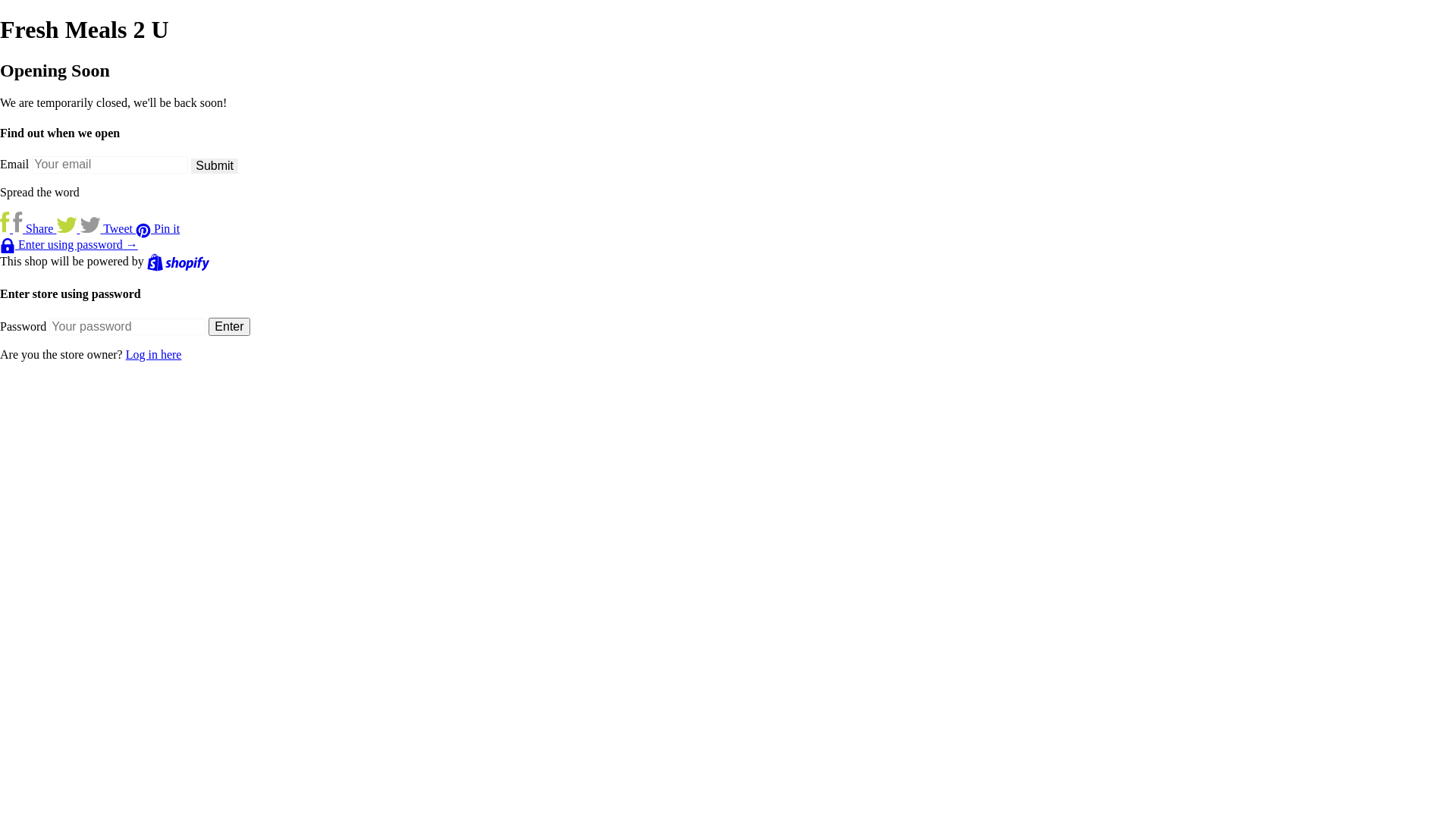 This screenshot has height=819, width=1456. I want to click on 'Pin it, so click(135, 228).